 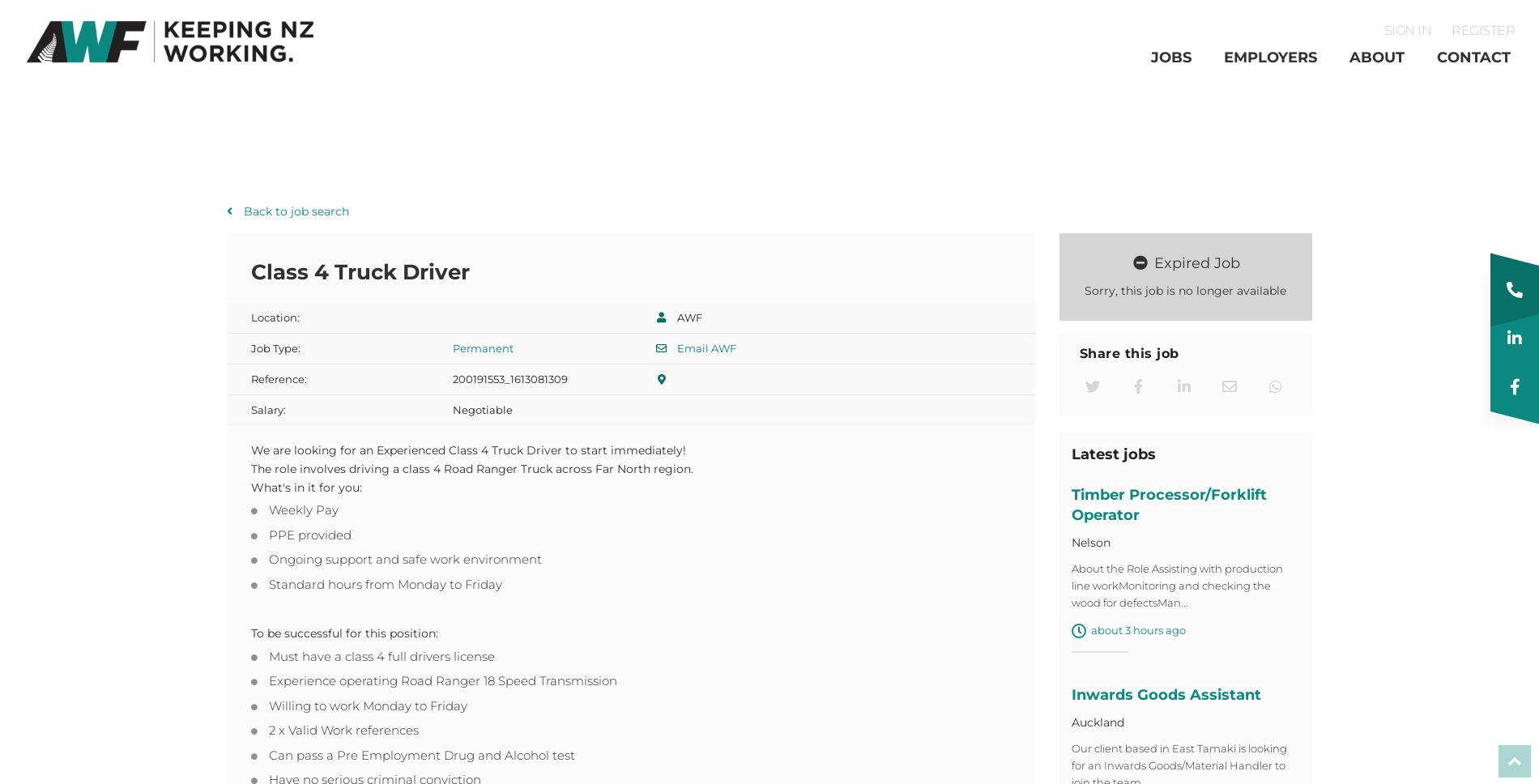 I want to click on 'Sorry, this job is no longer available', so click(x=1083, y=294).